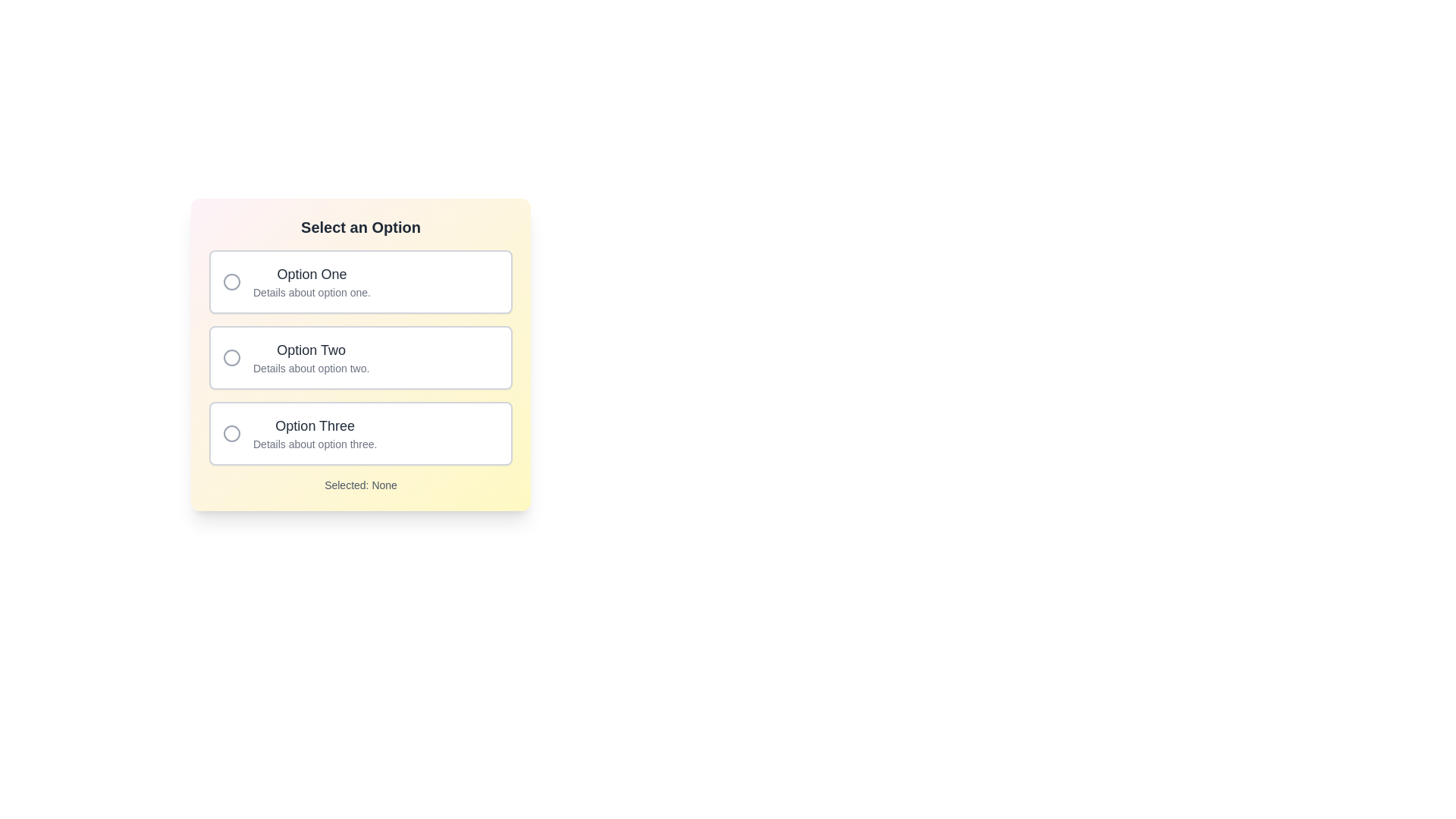  What do you see at coordinates (359, 433) in the screenshot?
I see `the radio button for 'Option Three'` at bounding box center [359, 433].